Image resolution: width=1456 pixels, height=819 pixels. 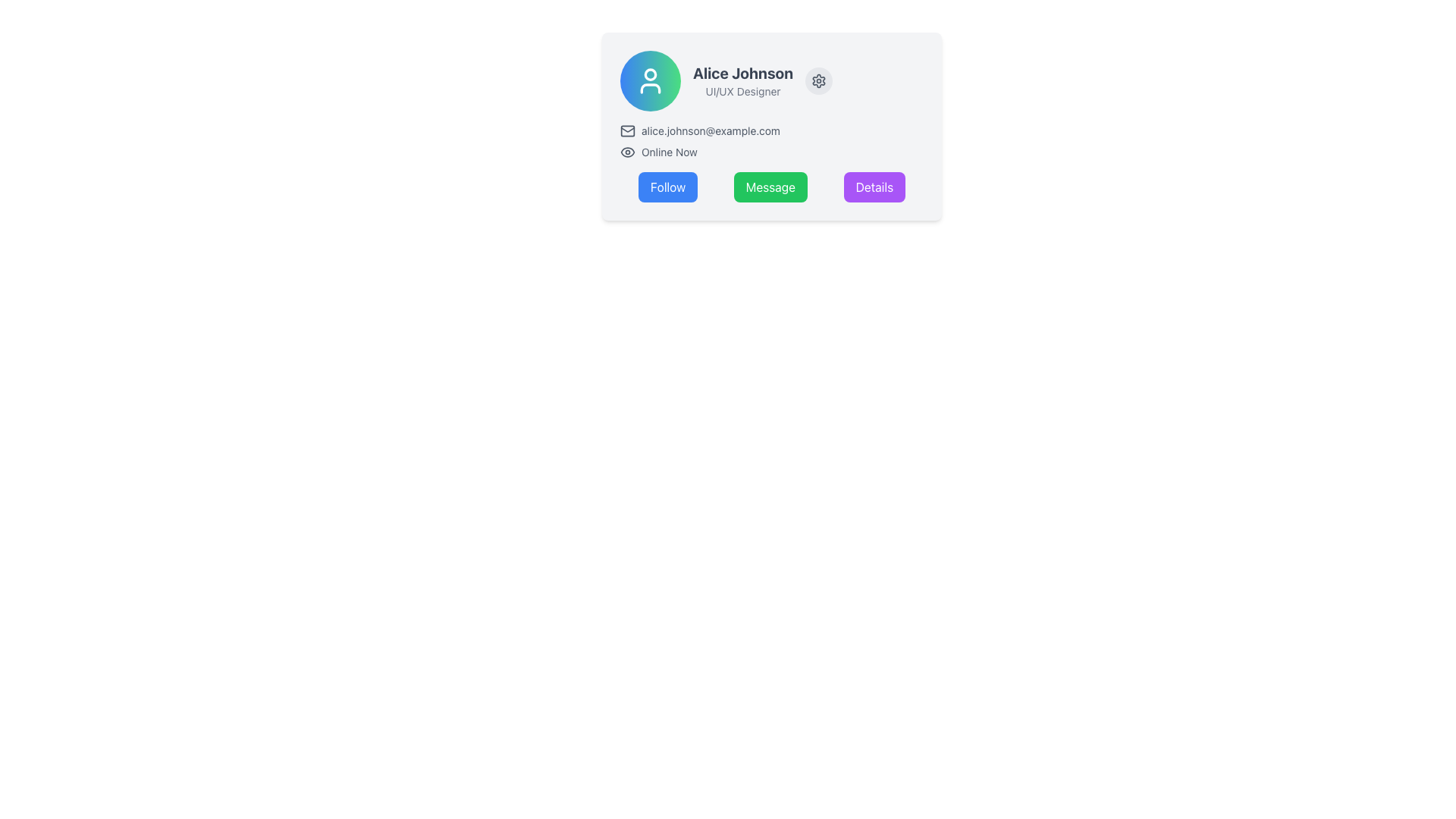 I want to click on the mail icon located in the second row of Alice Johnson's profile card, positioned to the left of the email address, so click(x=628, y=128).